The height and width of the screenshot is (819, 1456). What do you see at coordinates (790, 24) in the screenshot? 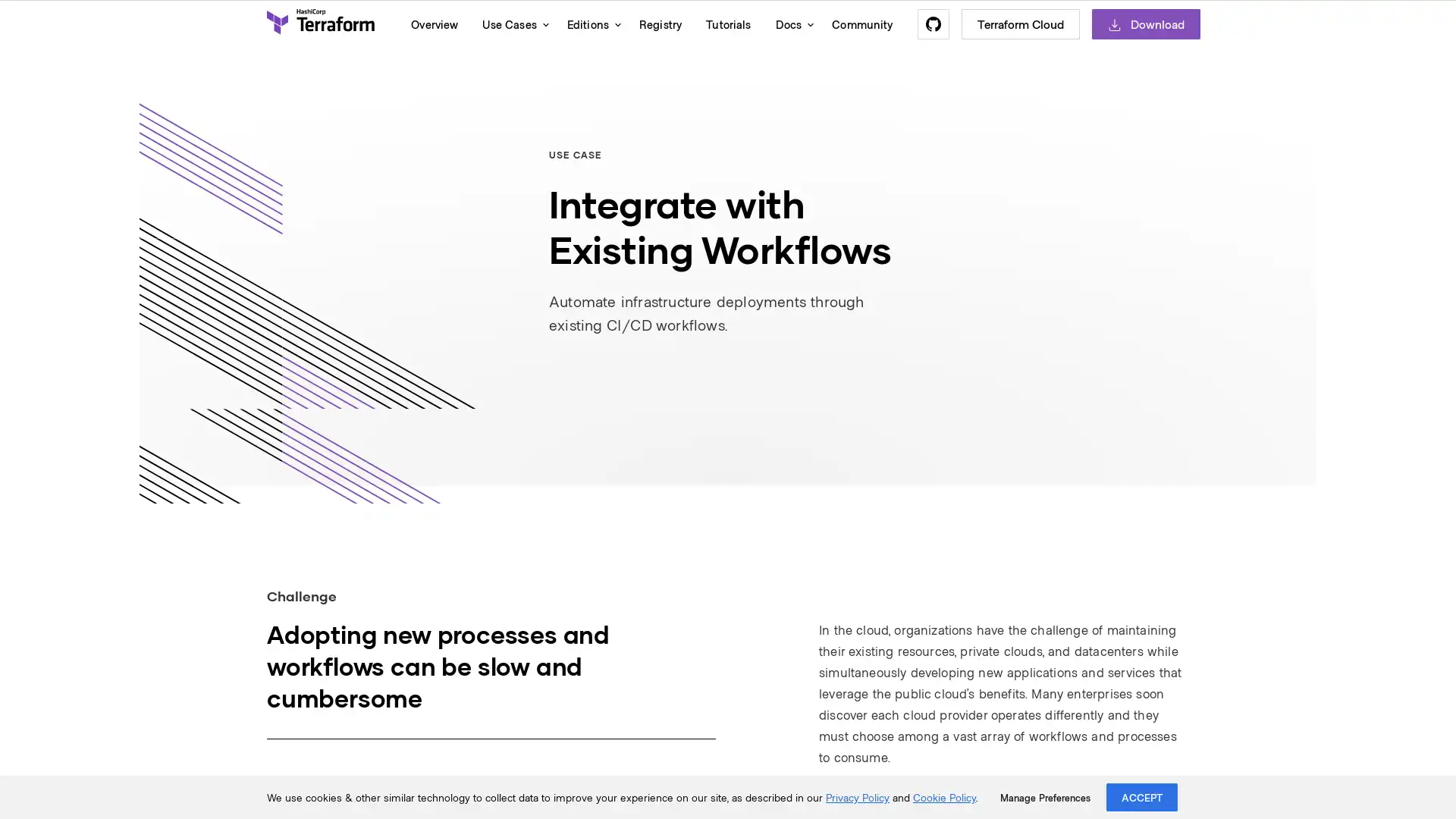
I see `Docs` at bounding box center [790, 24].